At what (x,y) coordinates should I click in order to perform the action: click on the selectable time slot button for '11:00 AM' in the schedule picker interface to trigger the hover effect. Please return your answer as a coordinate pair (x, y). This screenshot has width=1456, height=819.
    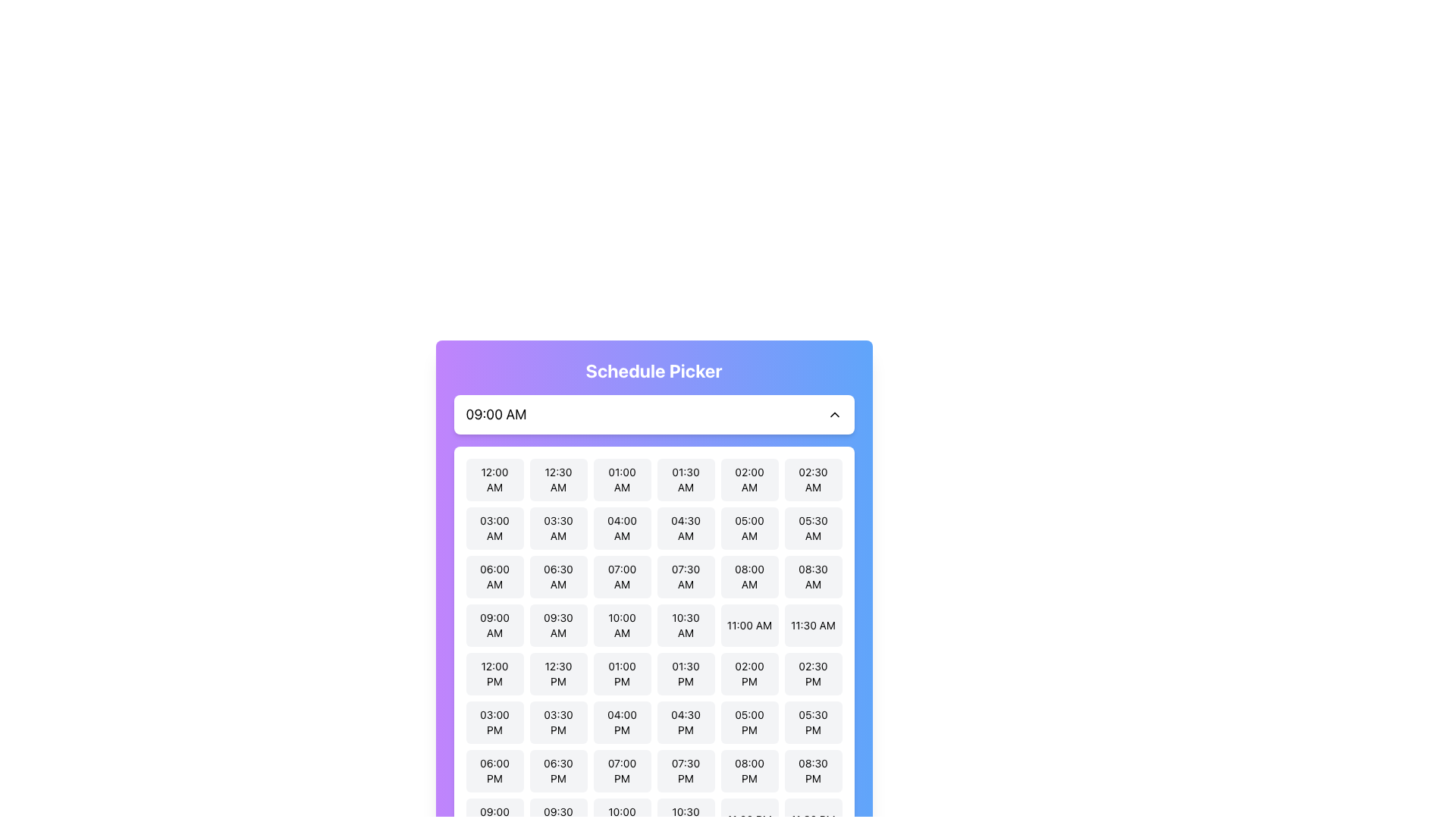
    Looking at the image, I should click on (749, 626).